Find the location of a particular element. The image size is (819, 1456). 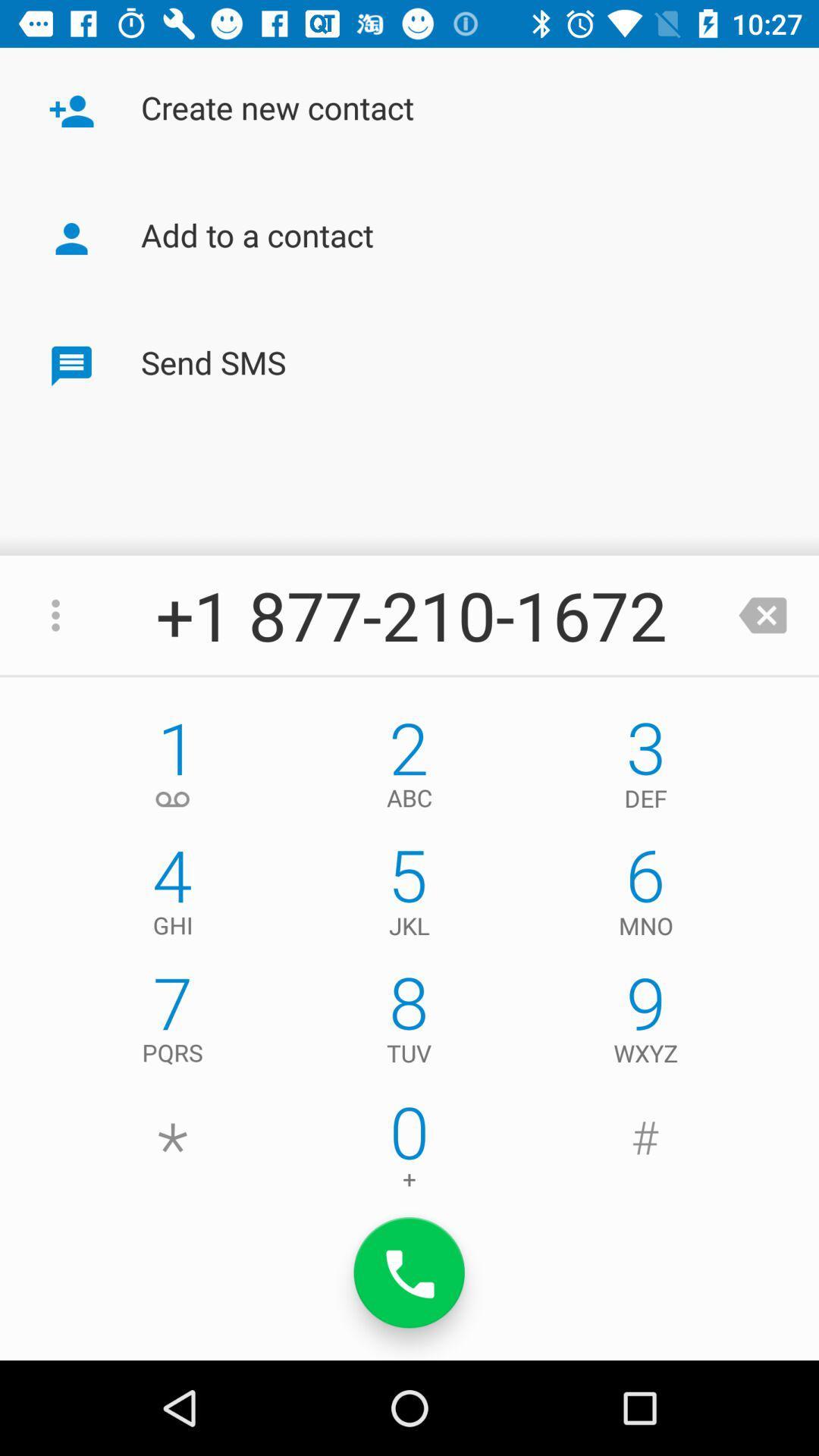

the call icon is located at coordinates (409, 1272).